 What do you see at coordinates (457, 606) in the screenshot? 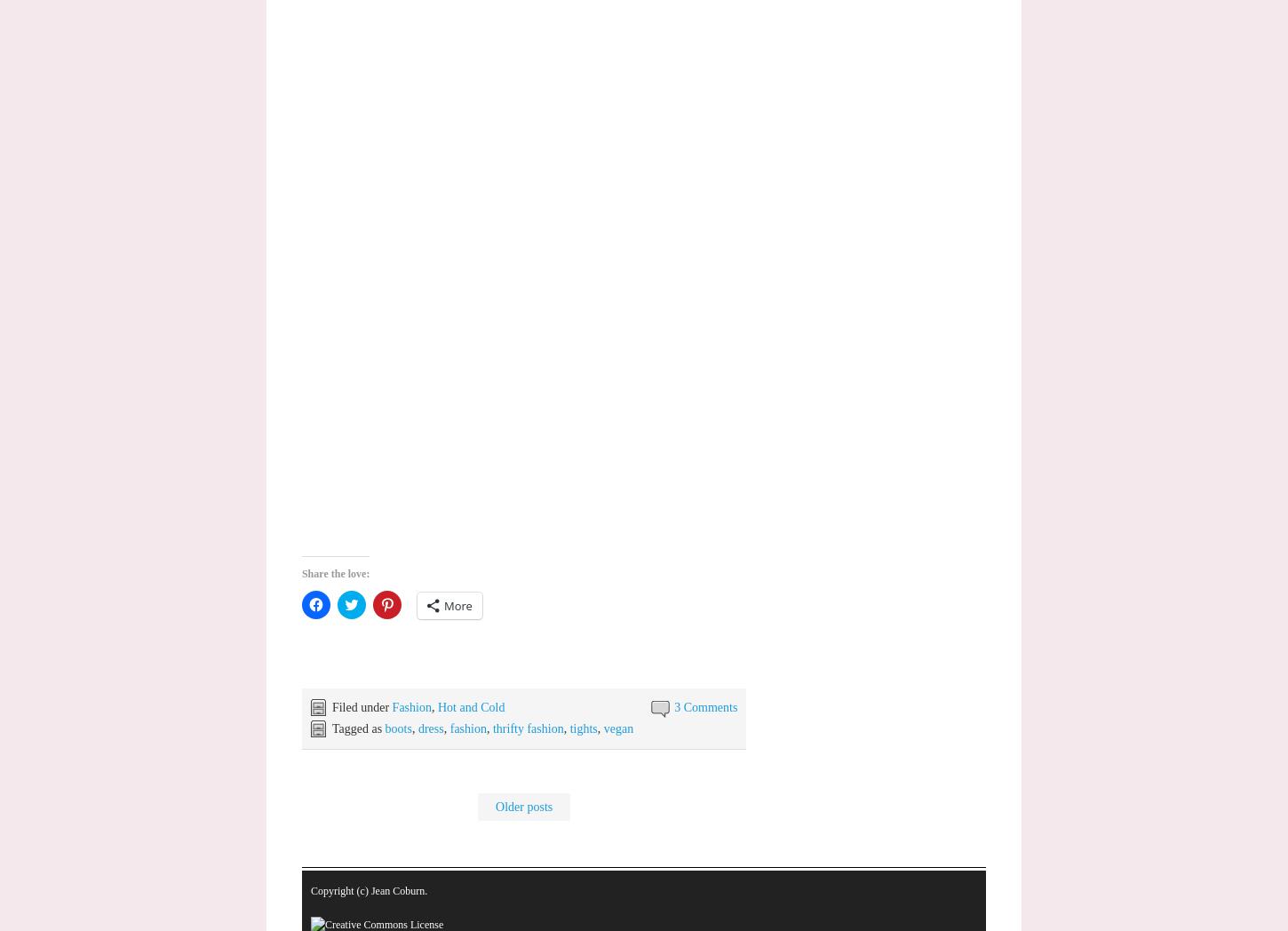
I see `'More'` at bounding box center [457, 606].